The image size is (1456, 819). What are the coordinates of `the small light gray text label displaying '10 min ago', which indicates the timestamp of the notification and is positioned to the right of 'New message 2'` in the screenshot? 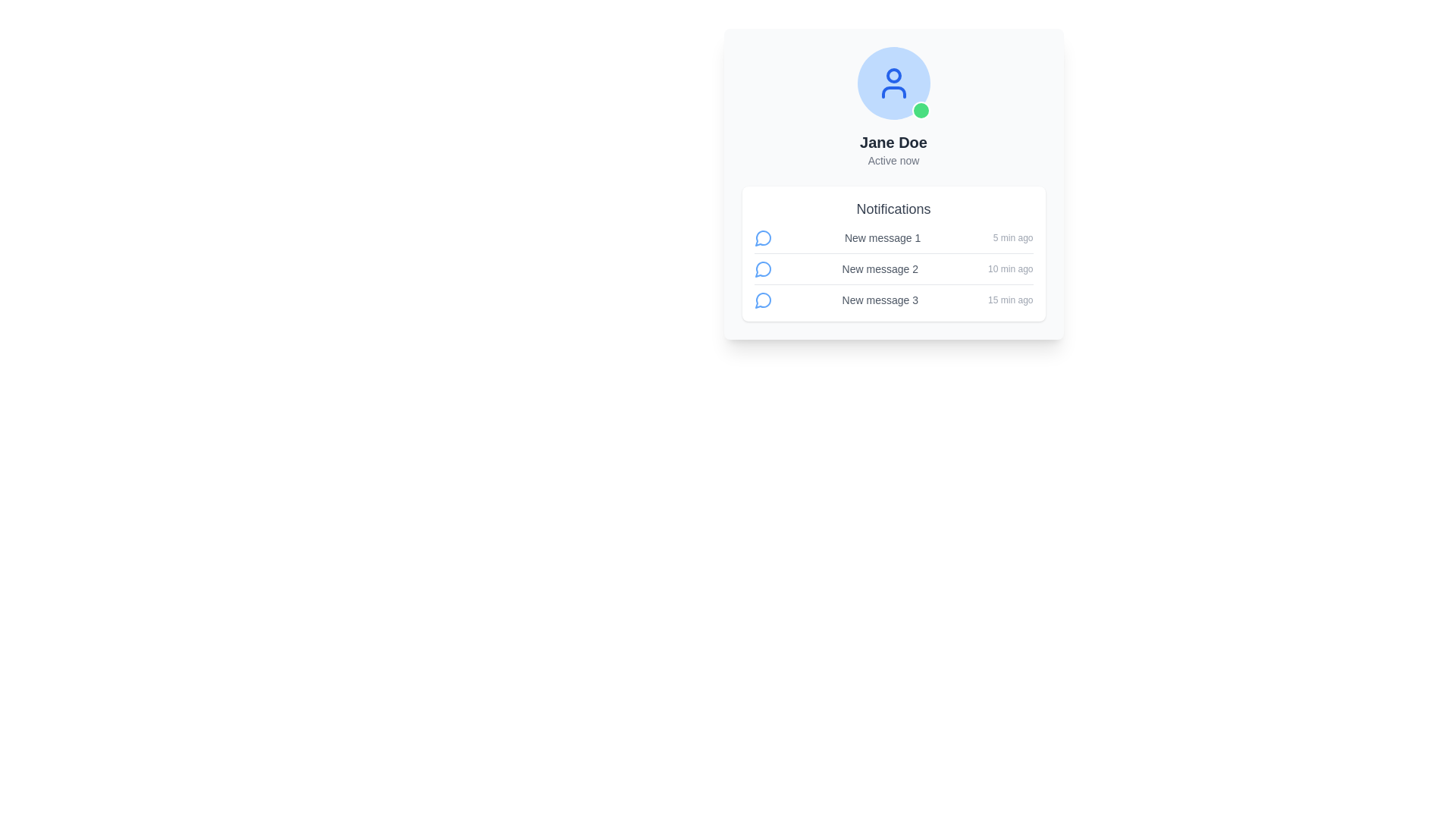 It's located at (1010, 268).